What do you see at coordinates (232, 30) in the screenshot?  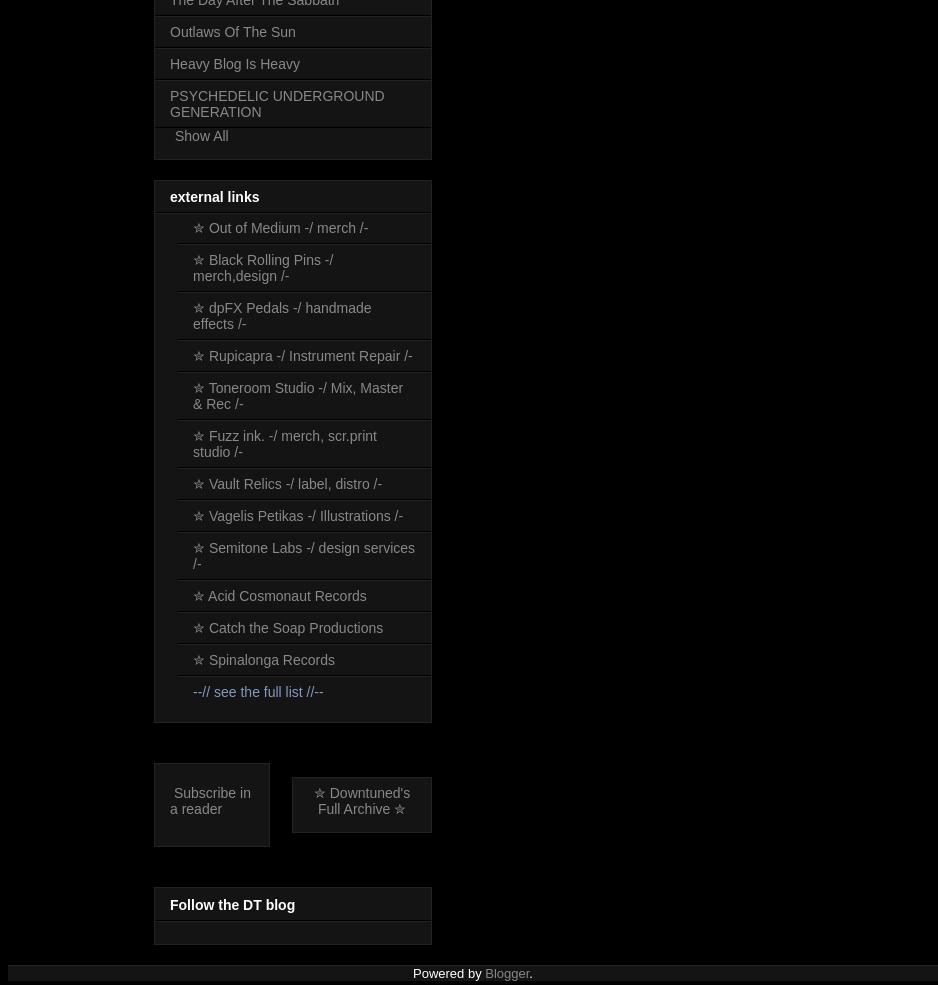 I see `'Outlaws Of The Sun'` at bounding box center [232, 30].